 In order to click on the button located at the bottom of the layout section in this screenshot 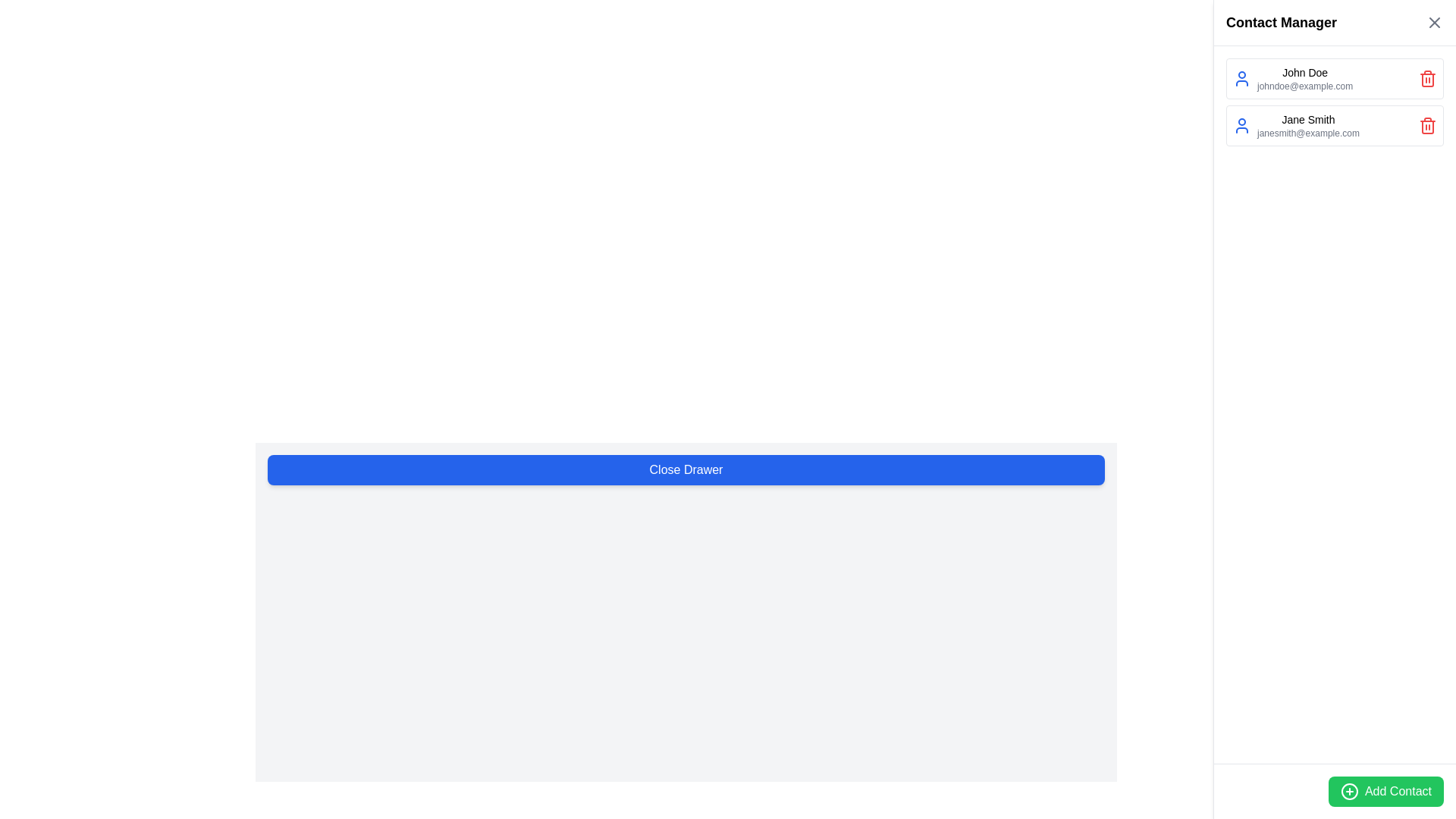, I will do `click(686, 469)`.